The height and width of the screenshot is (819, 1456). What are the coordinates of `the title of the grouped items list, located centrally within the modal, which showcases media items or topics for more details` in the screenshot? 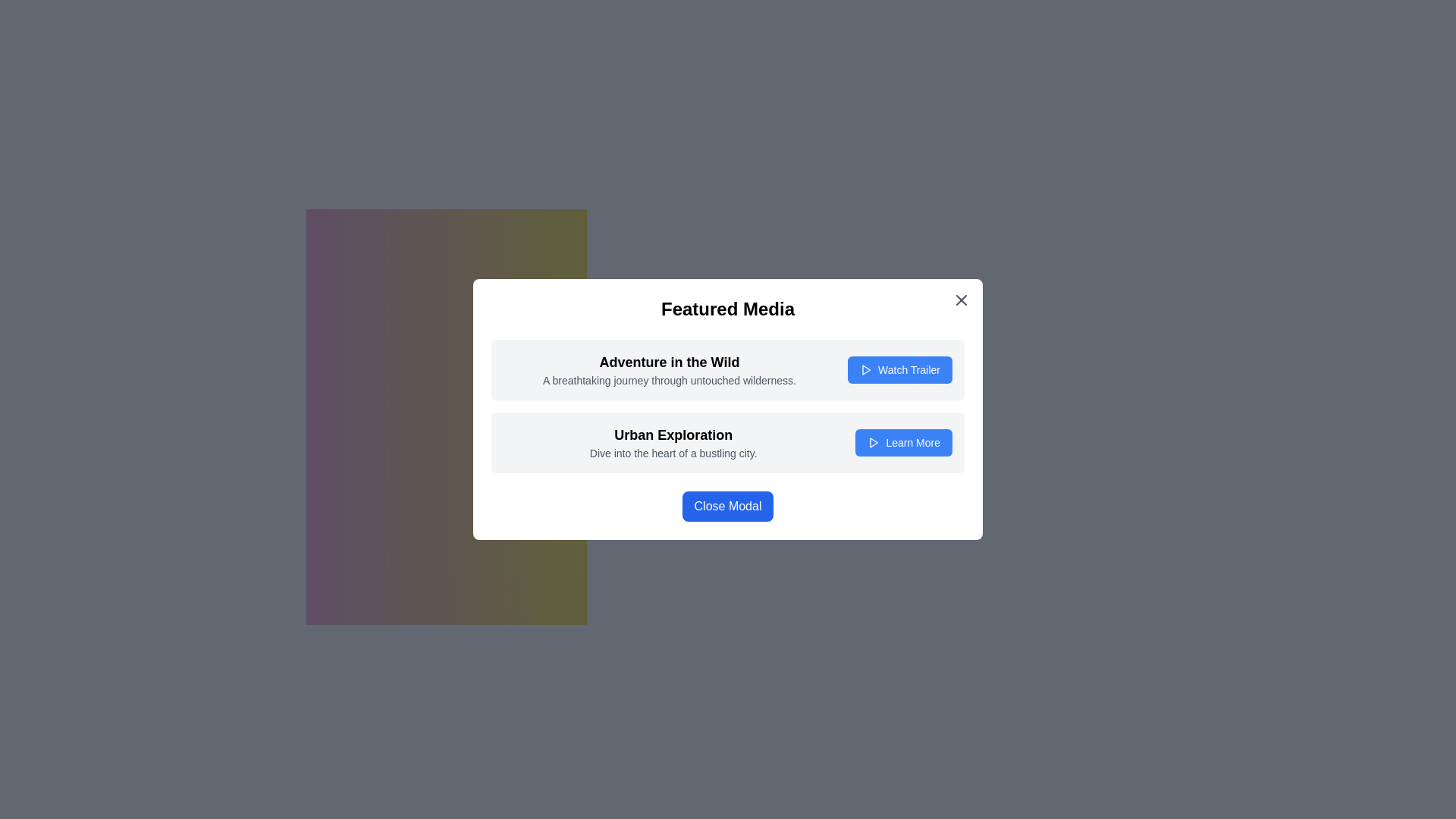 It's located at (728, 406).